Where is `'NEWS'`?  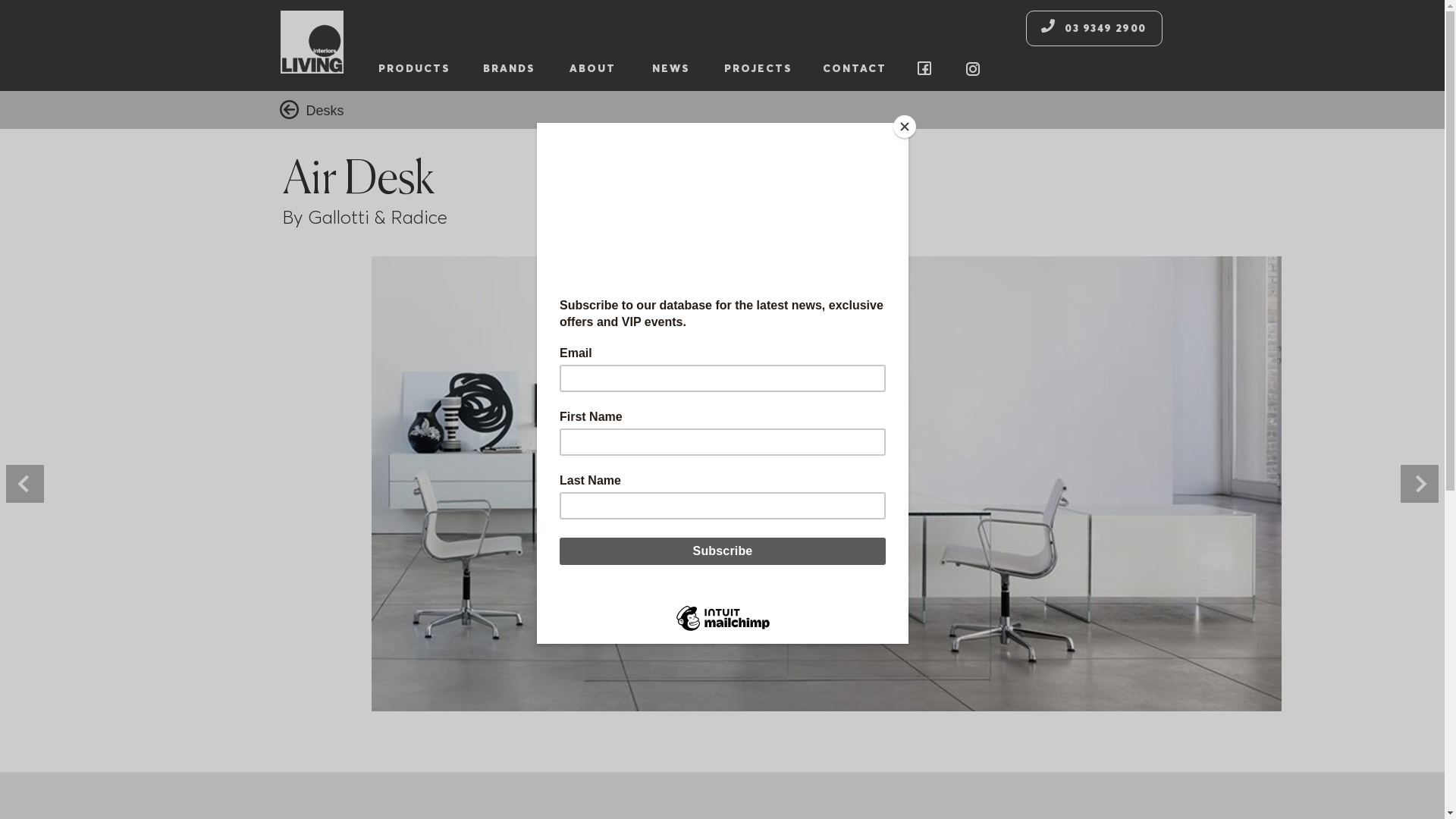 'NEWS' is located at coordinates (670, 68).